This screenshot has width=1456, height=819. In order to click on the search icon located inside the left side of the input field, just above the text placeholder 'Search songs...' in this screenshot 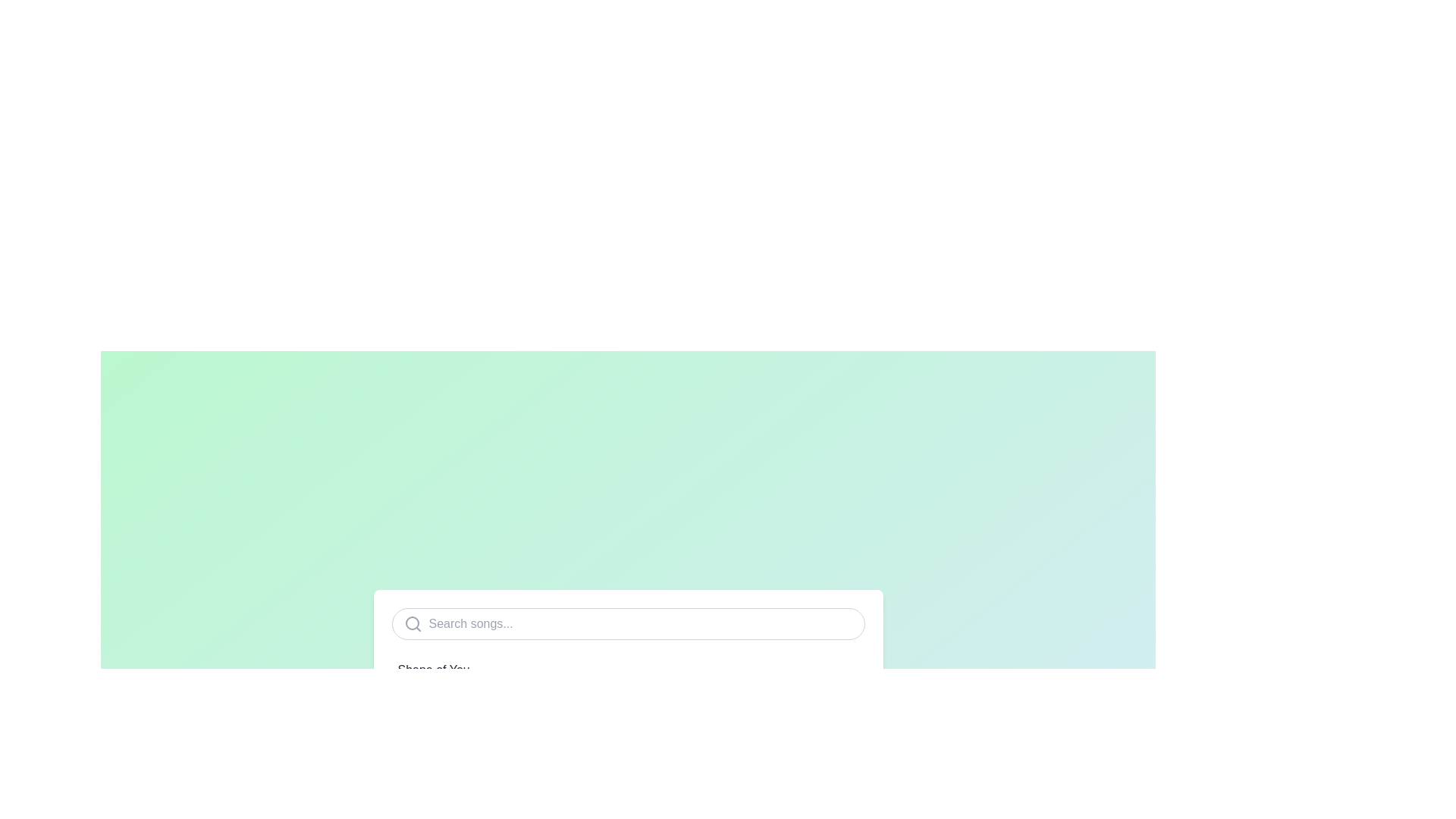, I will do `click(413, 623)`.